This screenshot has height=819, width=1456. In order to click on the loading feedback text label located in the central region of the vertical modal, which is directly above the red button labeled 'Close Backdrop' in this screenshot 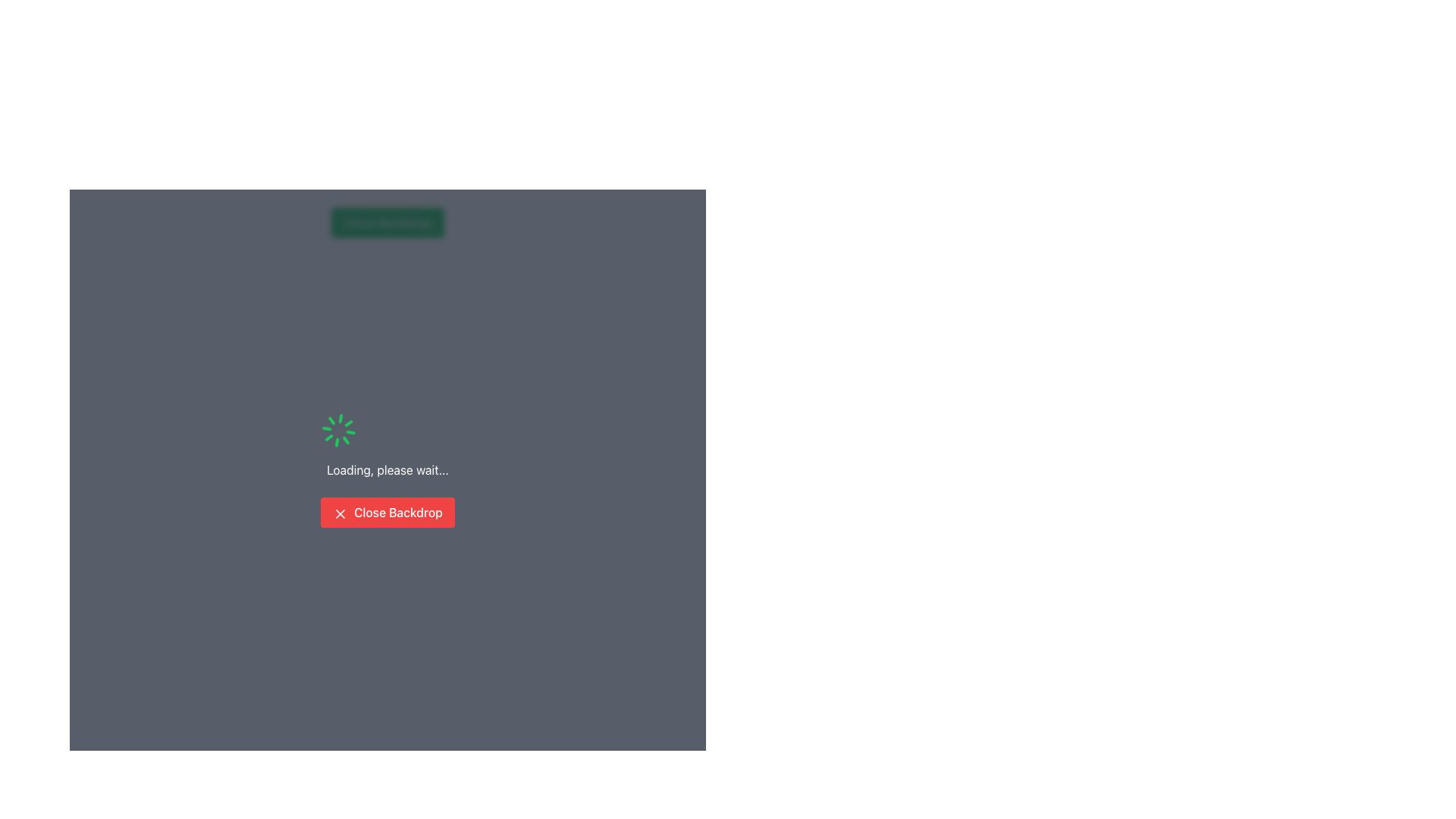, I will do `click(388, 469)`.